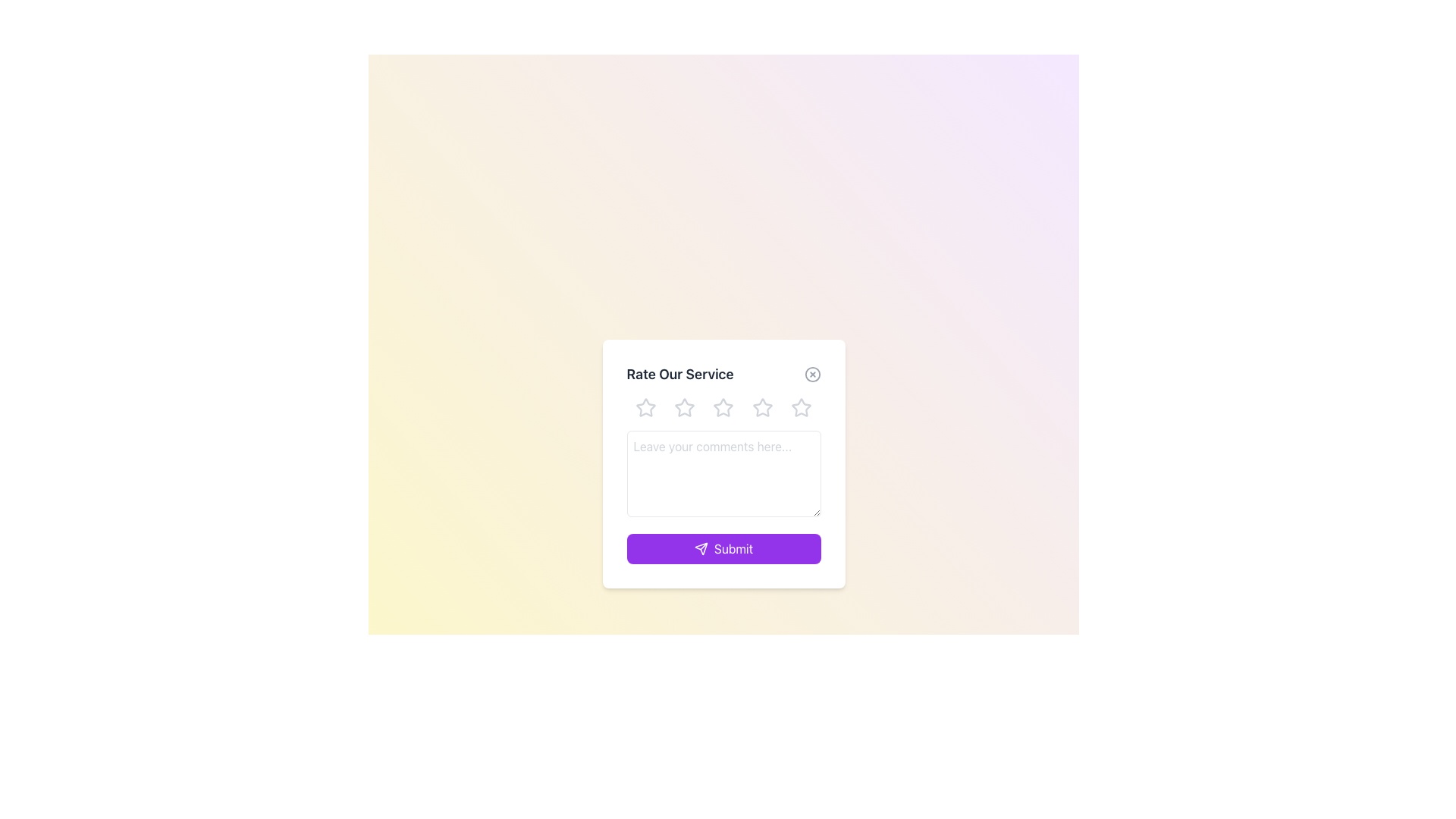 Image resolution: width=1456 pixels, height=819 pixels. Describe the element at coordinates (684, 406) in the screenshot. I see `the second hollow star icon in the horizontal row of five stars for the rating system, located above the text input box` at that location.